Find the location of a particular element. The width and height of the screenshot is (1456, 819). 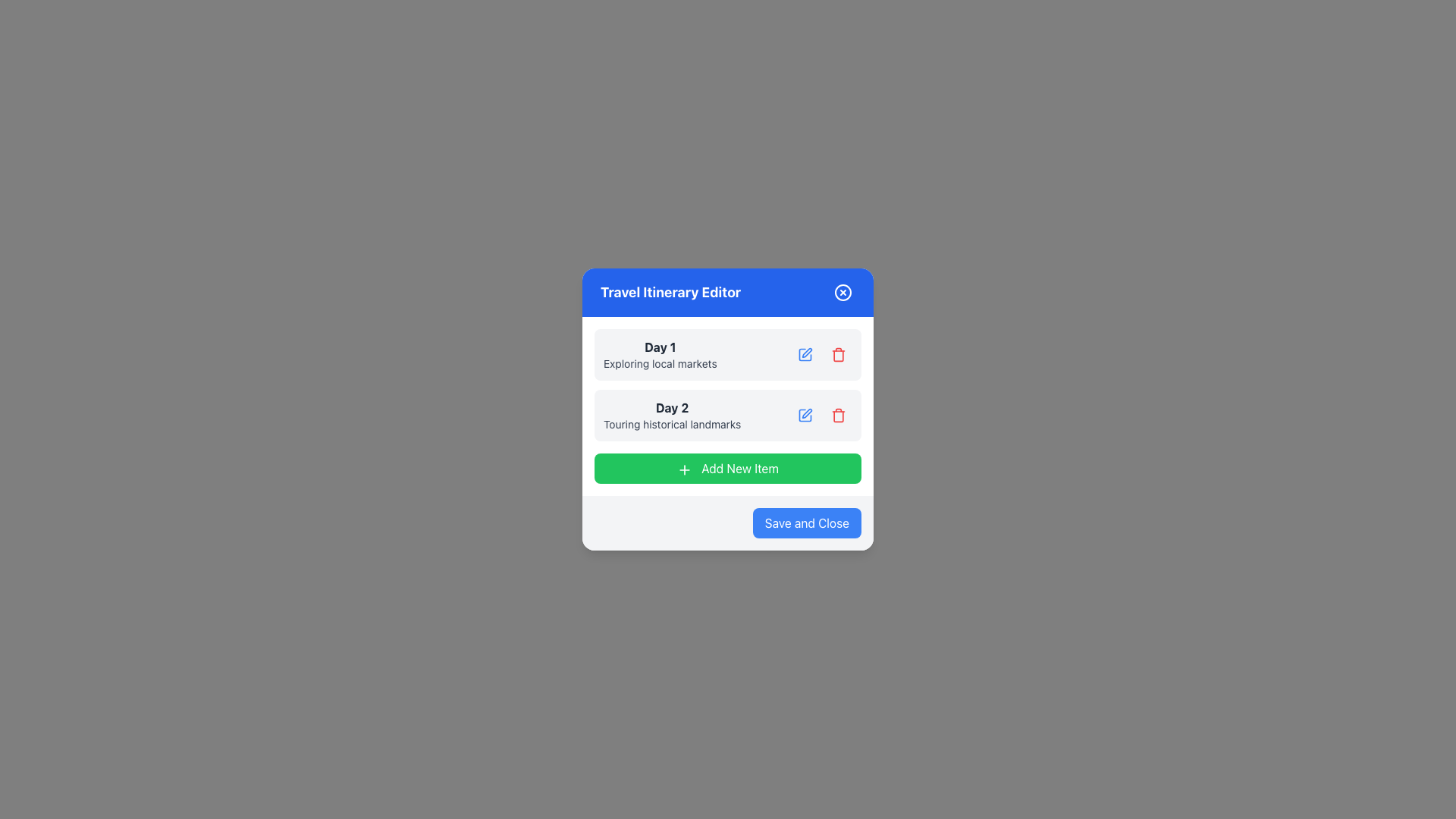

the first itinerary item in the Travel Itinerary Editor modal, which represents an event or schedule for a specific day is located at coordinates (728, 354).